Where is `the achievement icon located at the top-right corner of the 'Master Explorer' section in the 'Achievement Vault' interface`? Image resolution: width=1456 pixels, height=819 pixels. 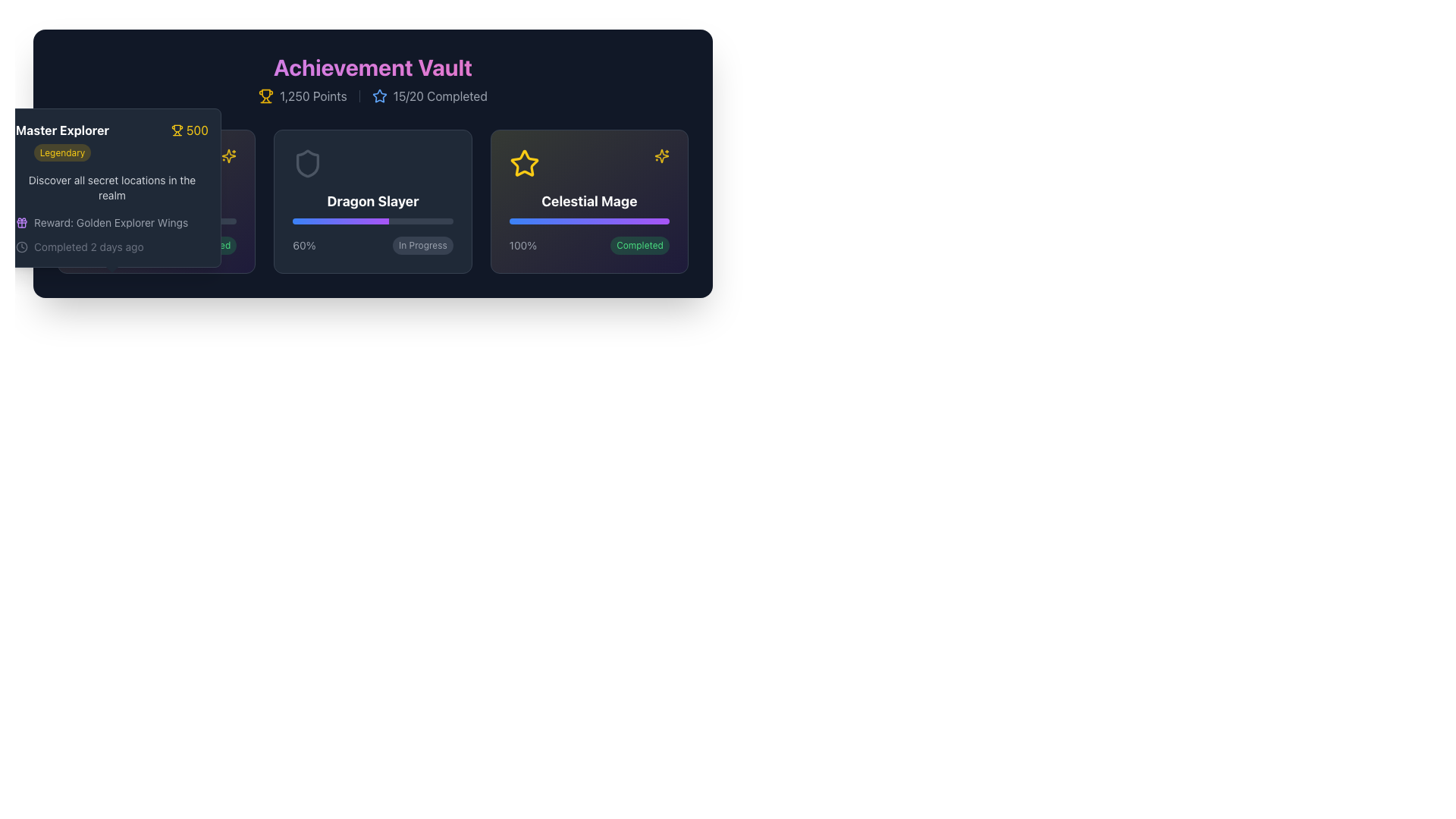 the achievement icon located at the top-right corner of the 'Master Explorer' section in the 'Achievement Vault' interface is located at coordinates (90, 161).